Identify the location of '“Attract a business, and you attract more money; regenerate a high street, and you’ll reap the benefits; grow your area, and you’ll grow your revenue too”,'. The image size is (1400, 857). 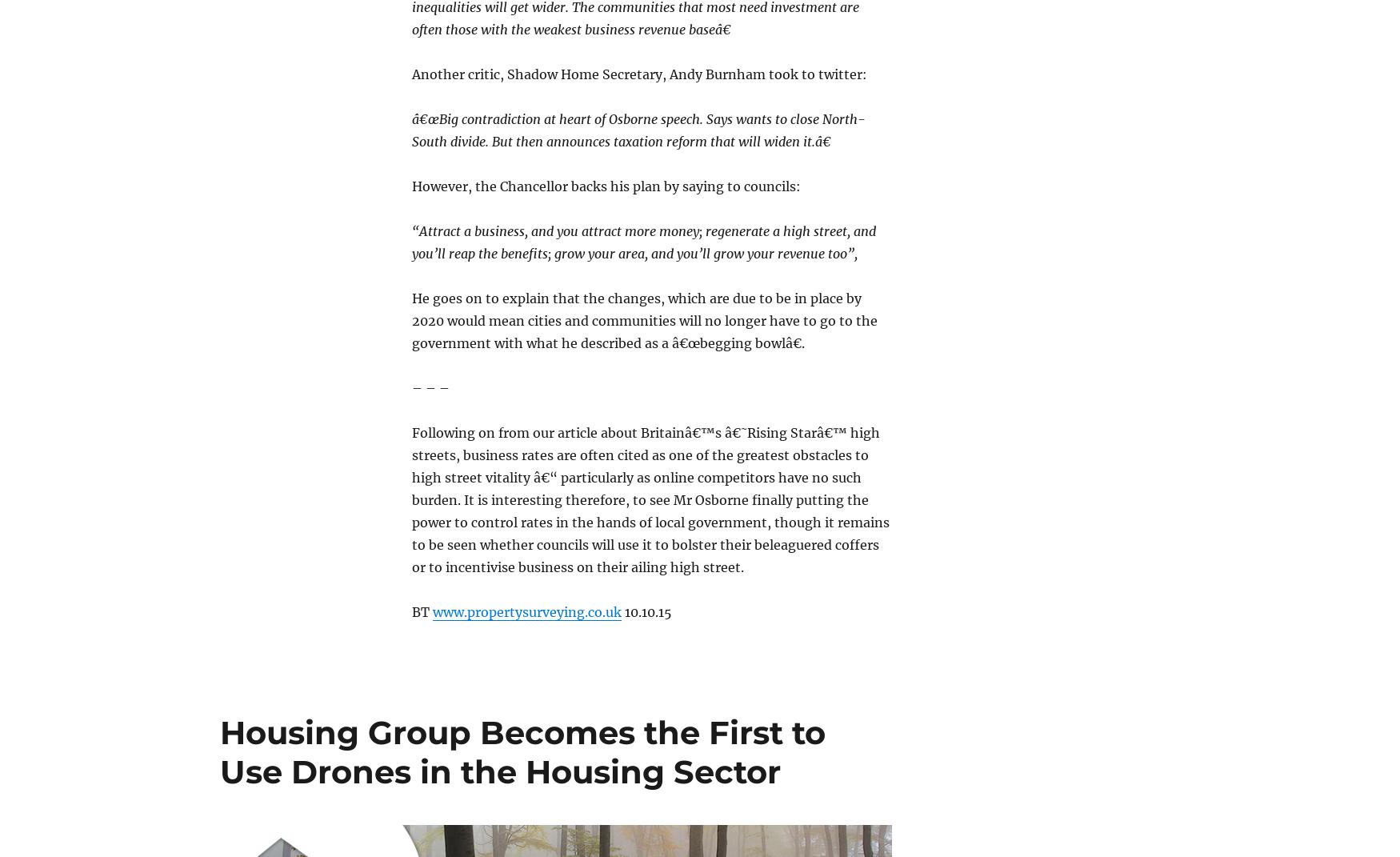
(643, 242).